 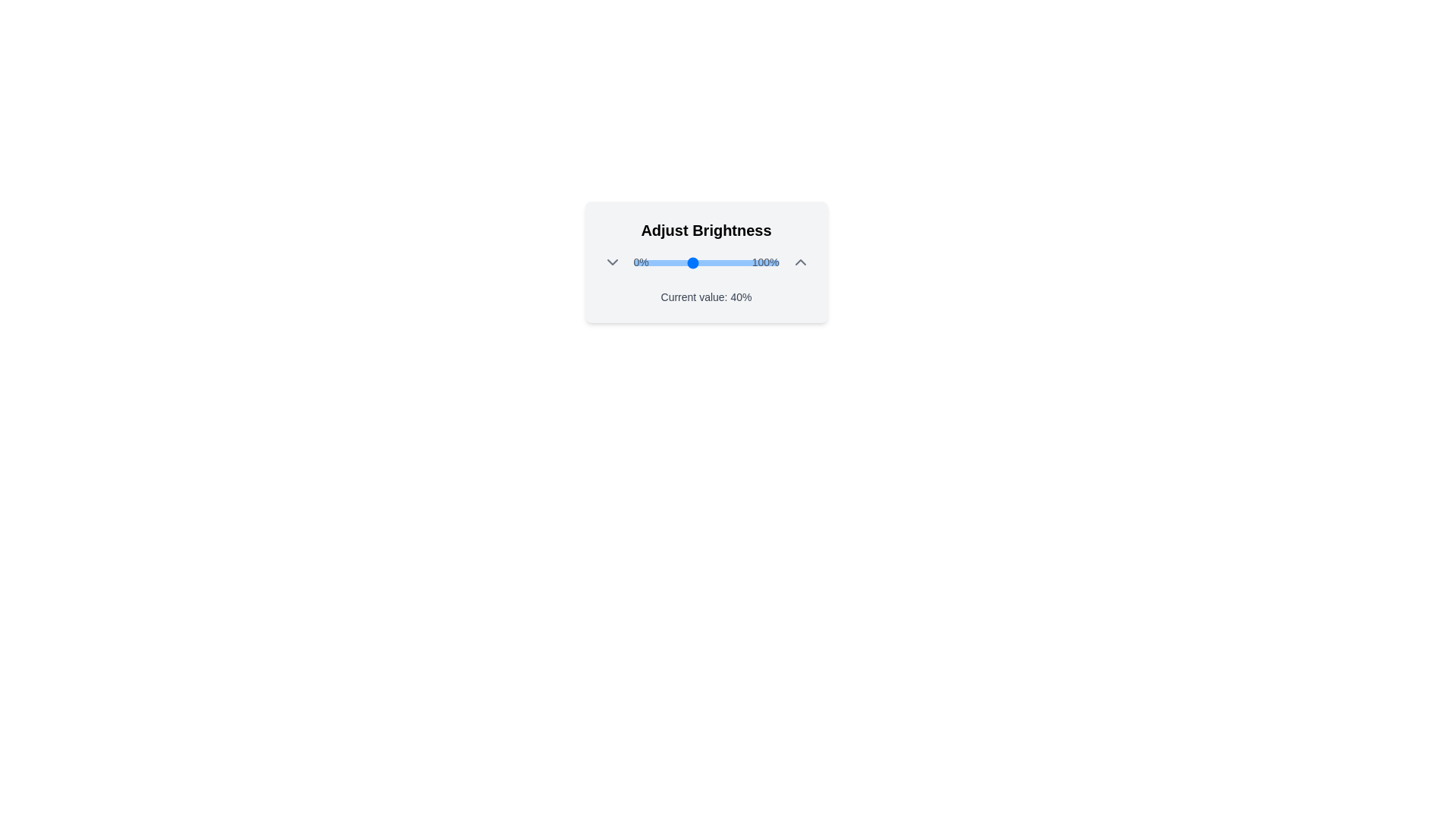 What do you see at coordinates (645, 262) in the screenshot?
I see `brightness` at bounding box center [645, 262].